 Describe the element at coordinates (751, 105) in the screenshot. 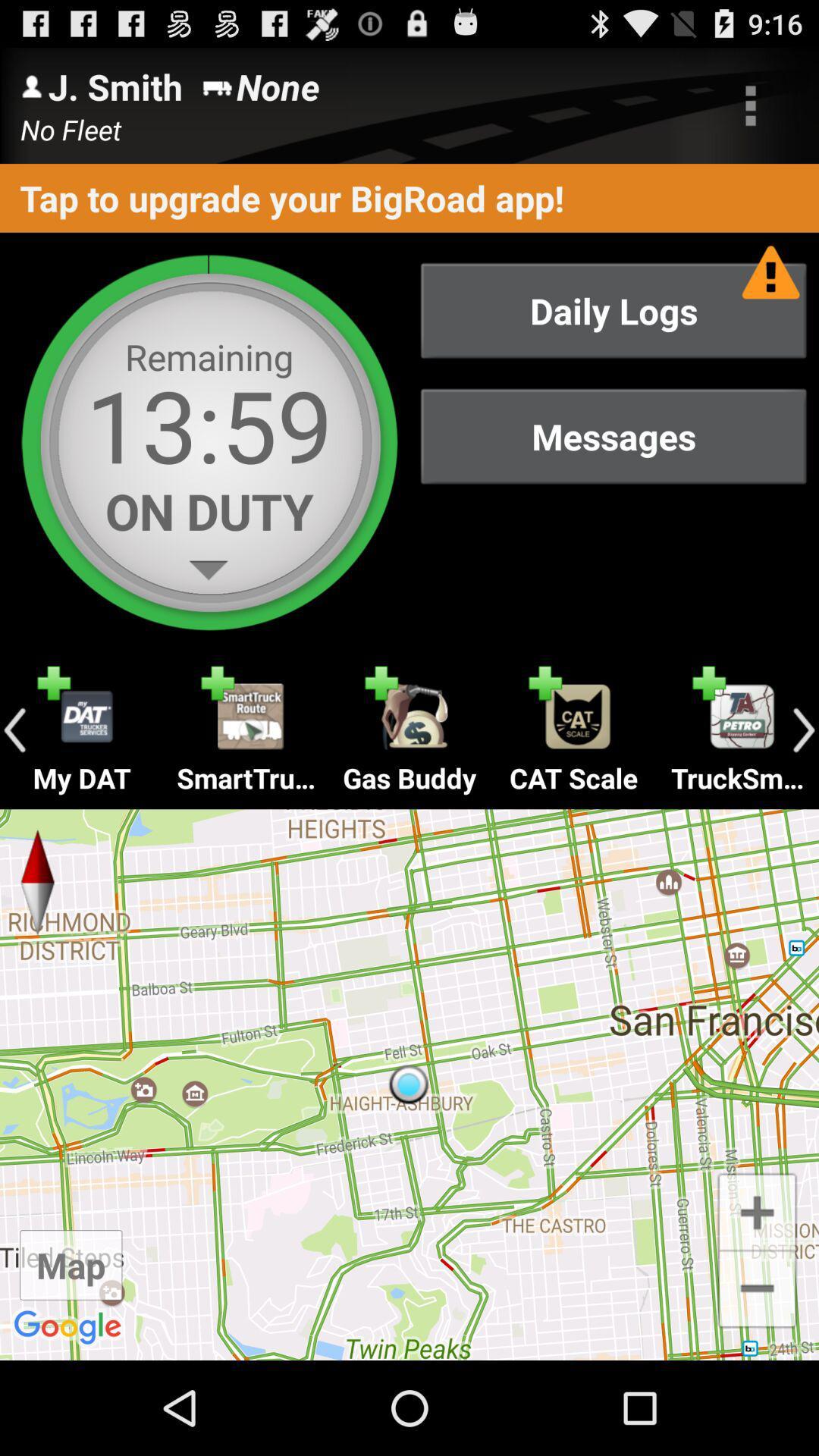

I see `item to the right of none  item` at that location.